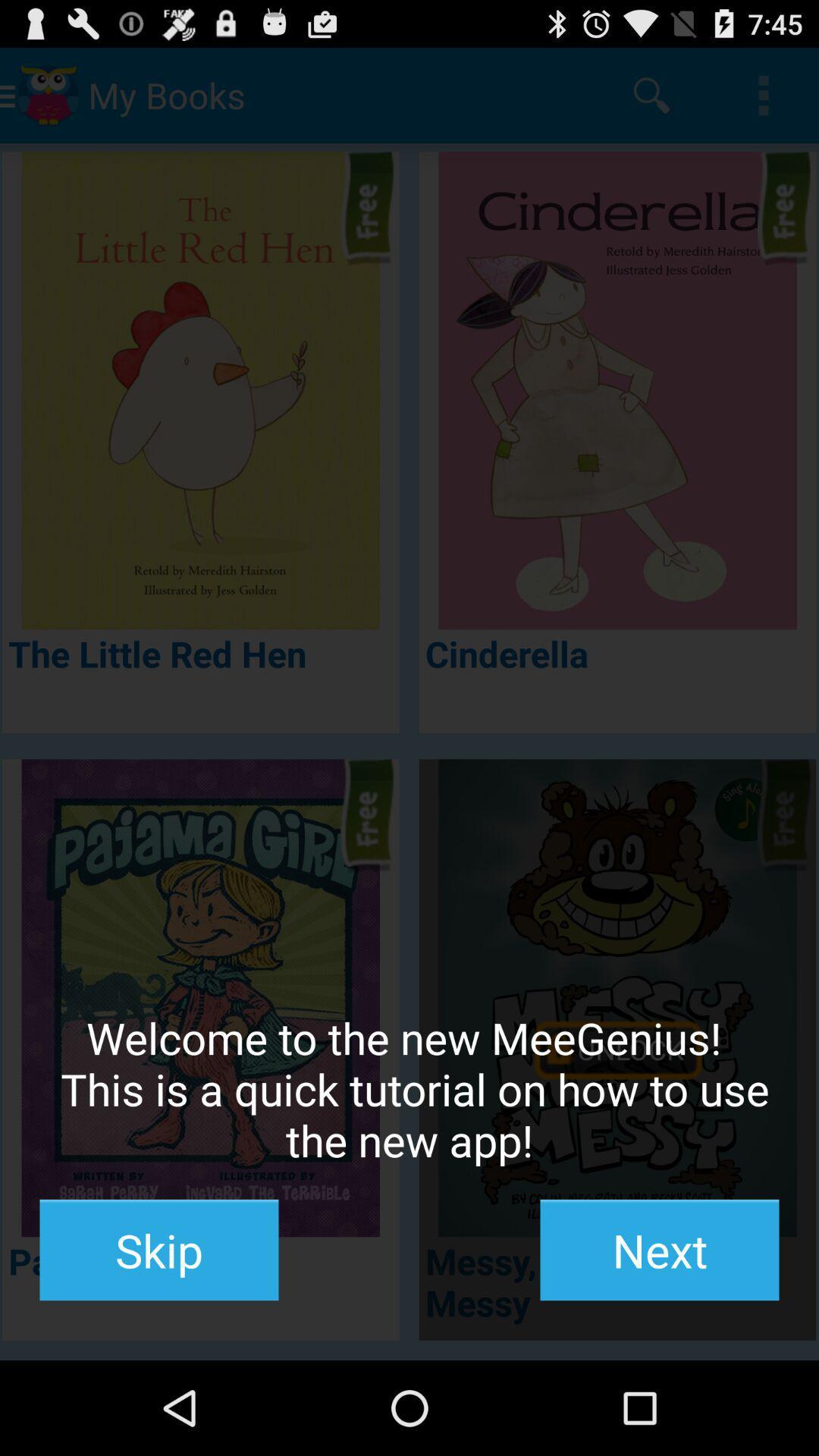 The height and width of the screenshot is (1456, 819). What do you see at coordinates (158, 1250) in the screenshot?
I see `the item to the left of the next icon` at bounding box center [158, 1250].